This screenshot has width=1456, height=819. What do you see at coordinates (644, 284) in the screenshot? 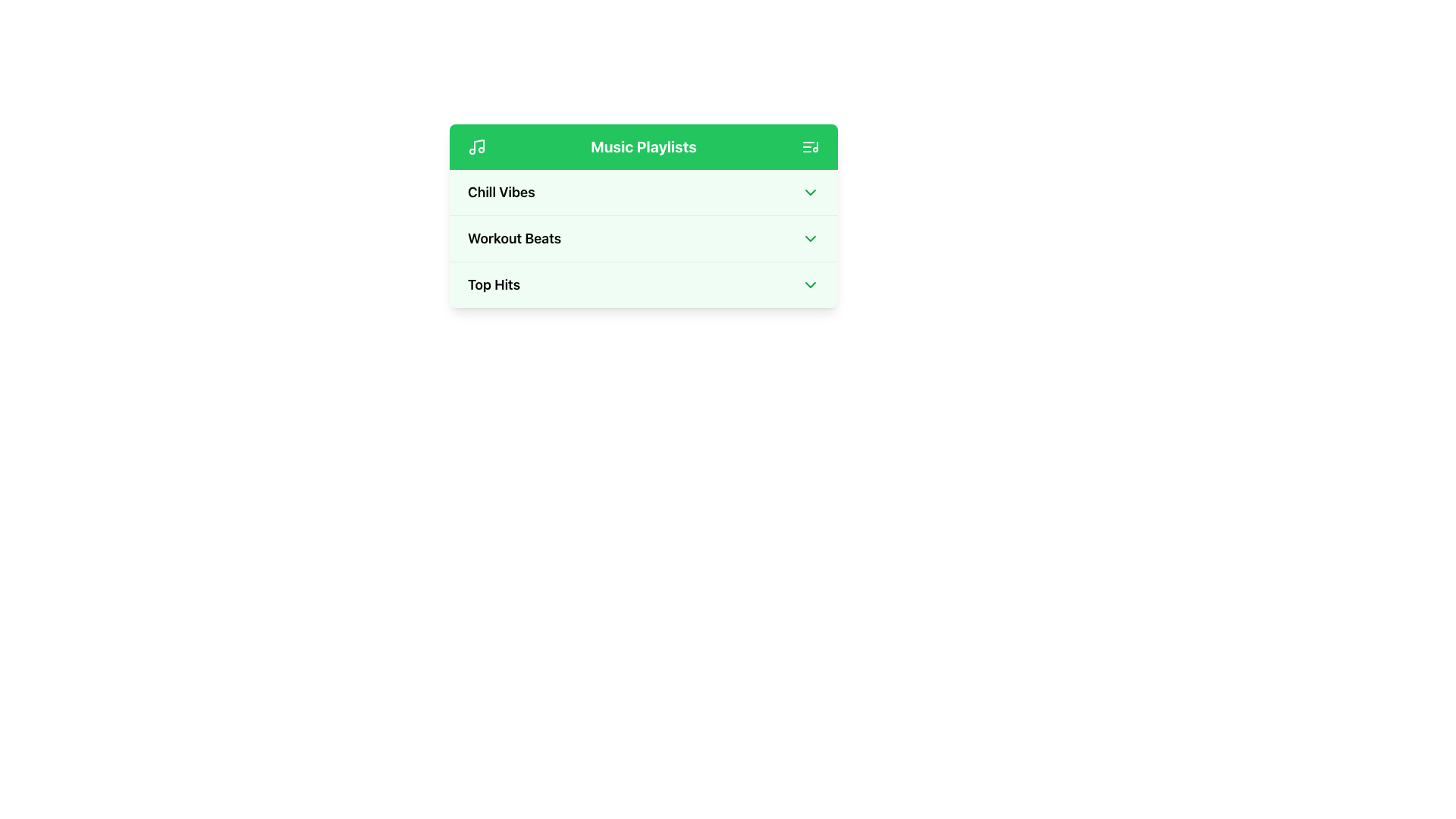
I see `the 'Top Hits' playlist option in the Music Playlists menu` at bounding box center [644, 284].